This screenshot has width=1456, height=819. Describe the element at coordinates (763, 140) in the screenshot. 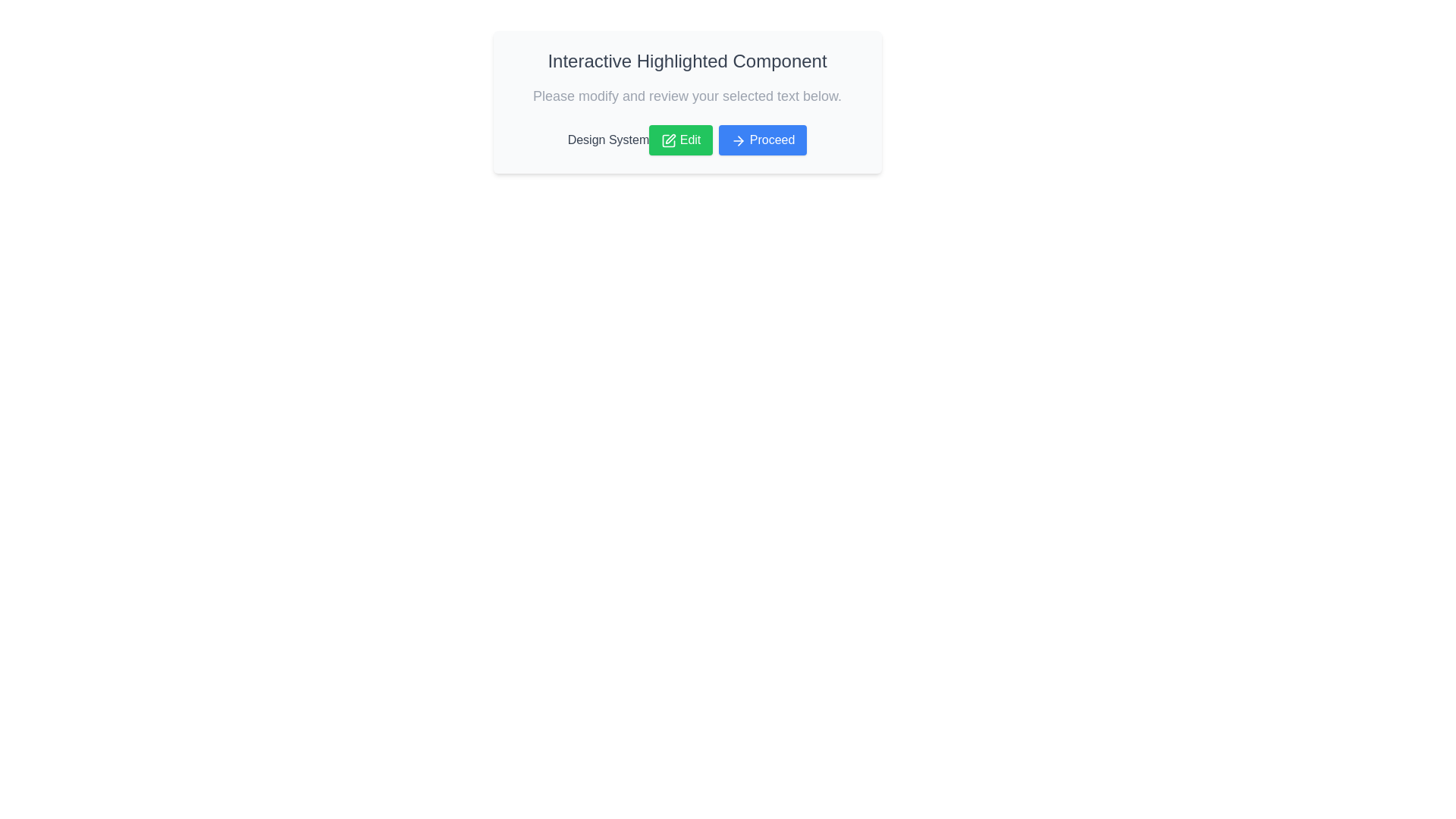

I see `the blue 'Proceed' button with white text` at that location.